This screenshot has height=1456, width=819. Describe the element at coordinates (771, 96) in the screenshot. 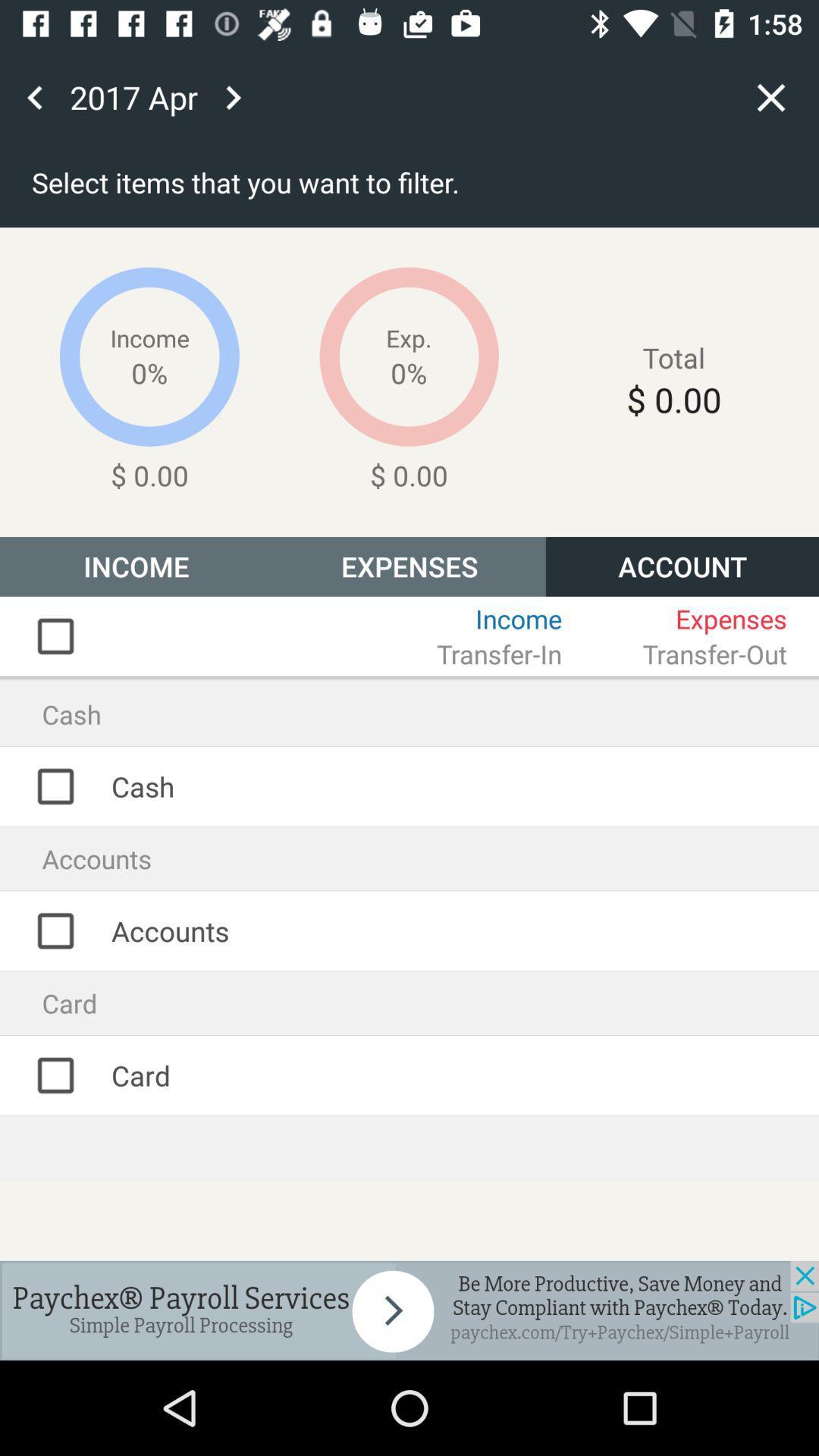

I see `the close icon` at that location.